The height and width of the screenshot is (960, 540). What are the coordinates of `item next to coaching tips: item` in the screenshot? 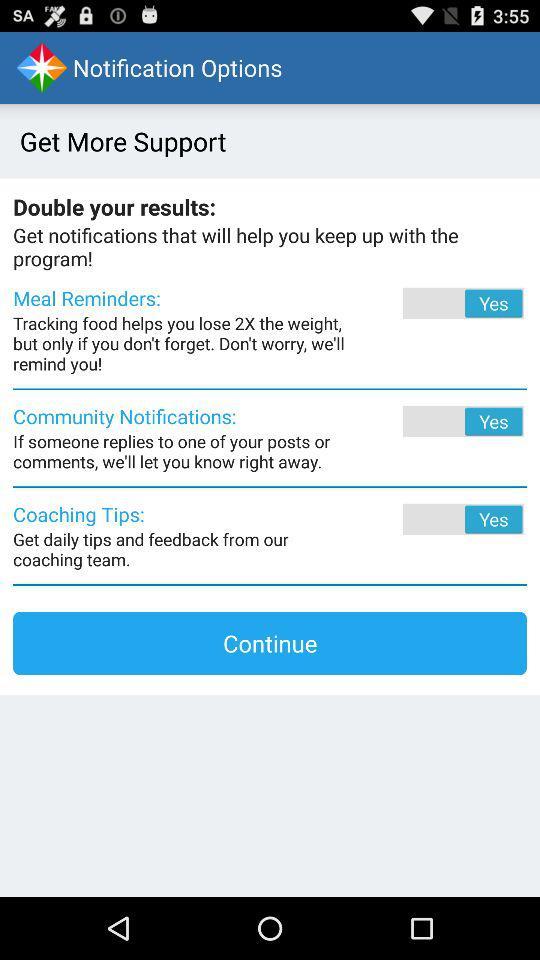 It's located at (435, 518).